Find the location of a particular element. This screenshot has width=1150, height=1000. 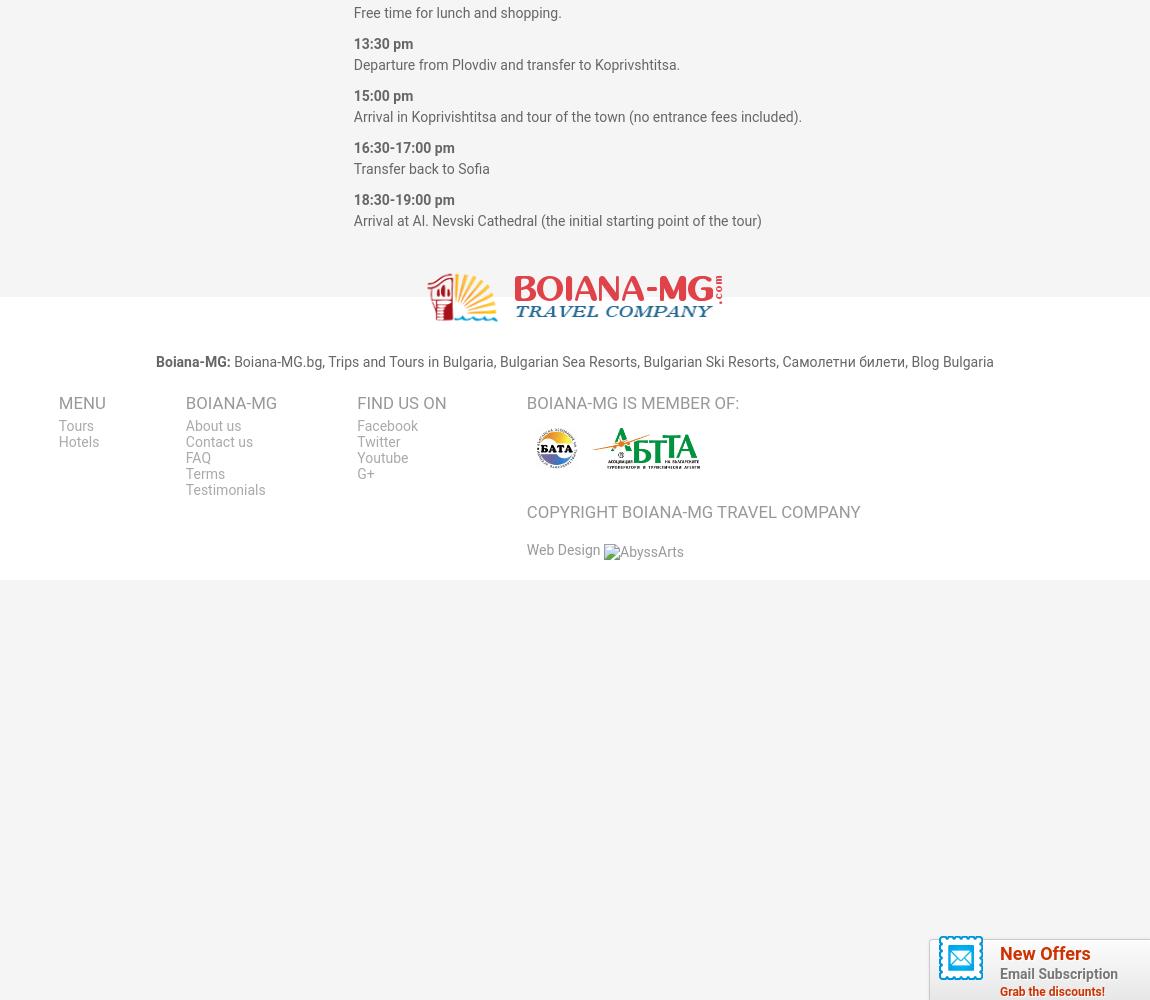

'16:30-17:00 pm' is located at coordinates (403, 148).